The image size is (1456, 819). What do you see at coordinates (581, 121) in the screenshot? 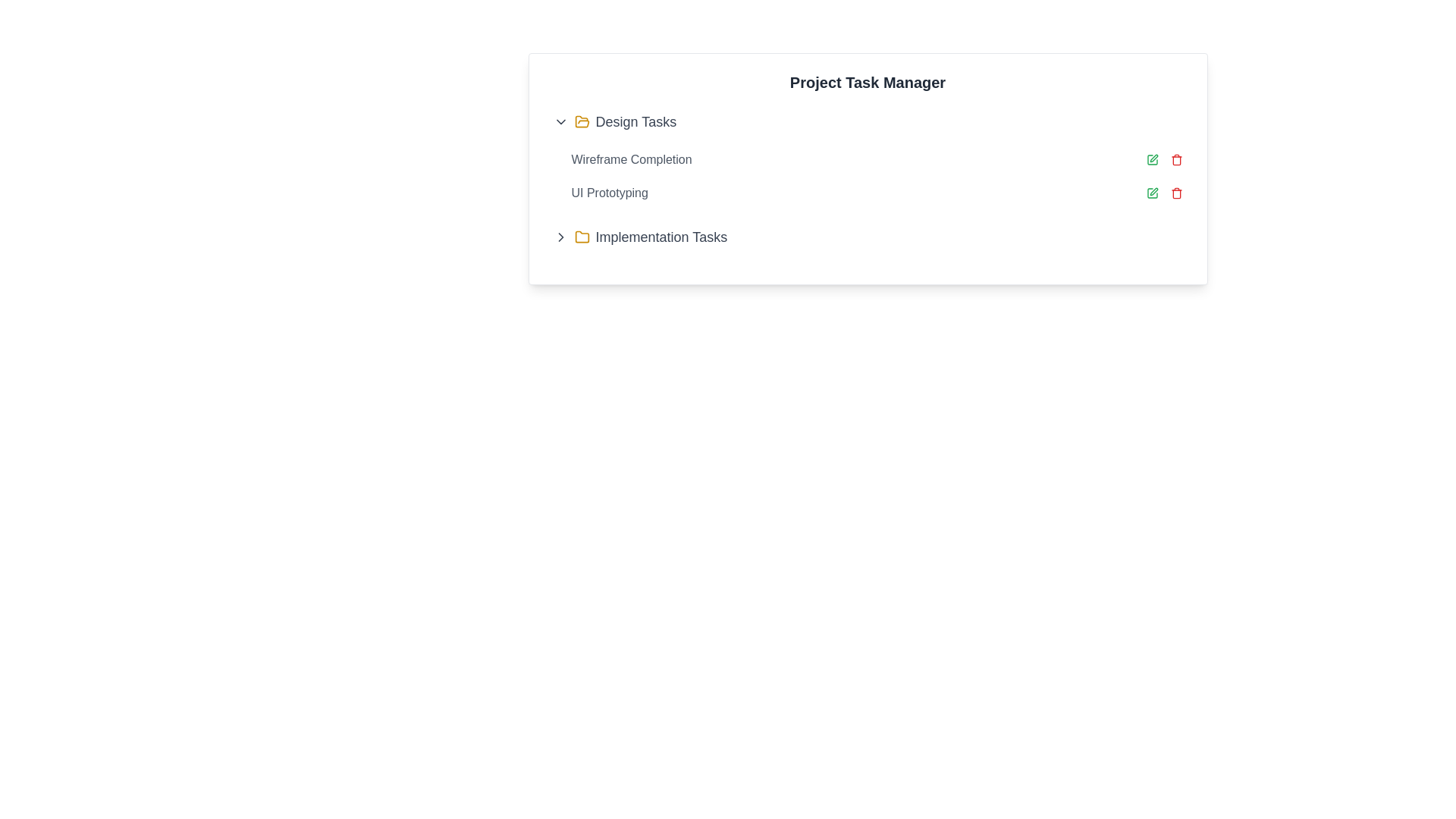
I see `the expanded state of the yellow folder icon representing 'Design Tasks', located between the downward chevron icon and the 'Design Tasks' label in the Project Task Manager section` at bounding box center [581, 121].